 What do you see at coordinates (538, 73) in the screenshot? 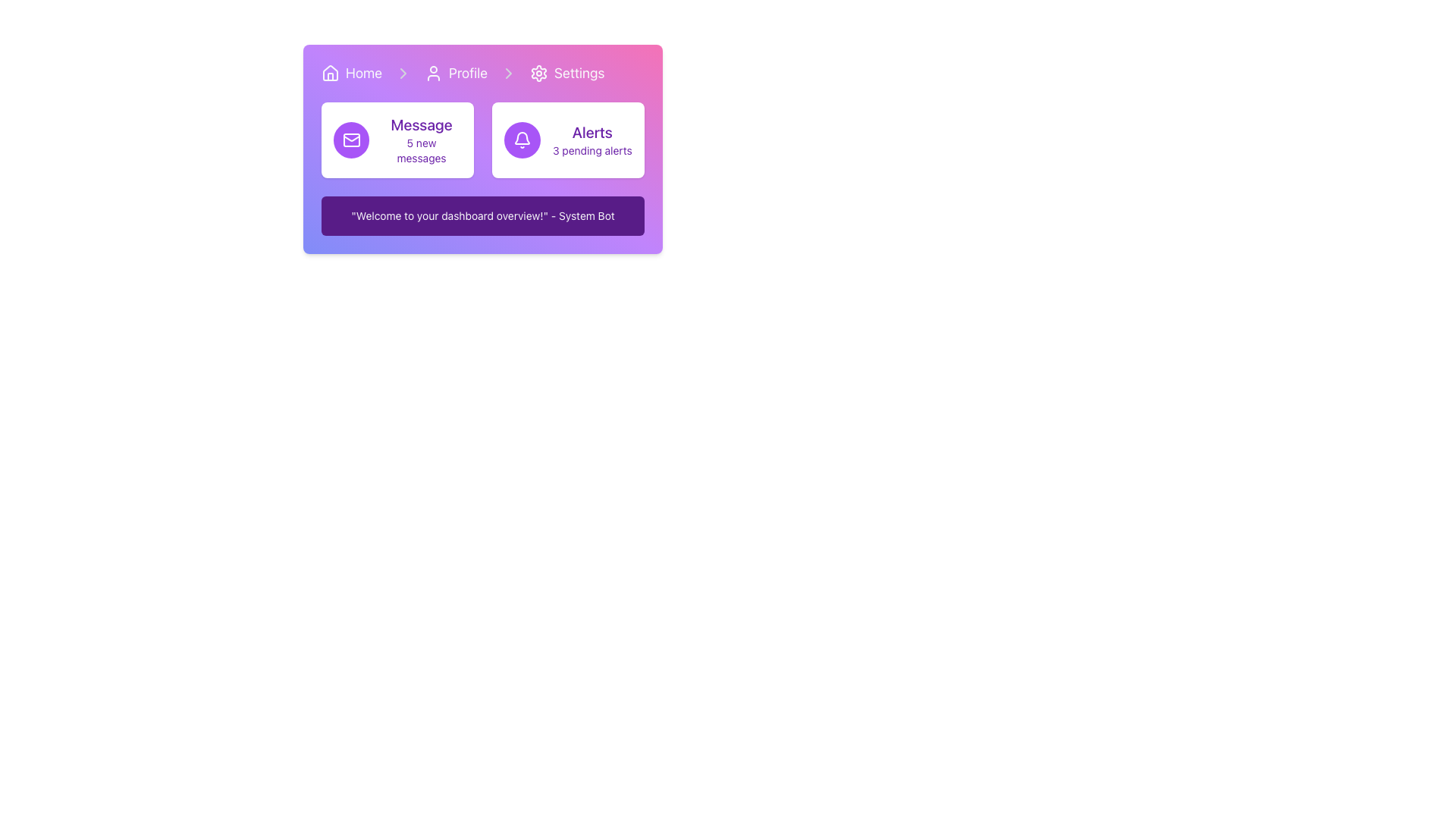
I see `the pink cogwheel icon in the settings navigation item` at bounding box center [538, 73].